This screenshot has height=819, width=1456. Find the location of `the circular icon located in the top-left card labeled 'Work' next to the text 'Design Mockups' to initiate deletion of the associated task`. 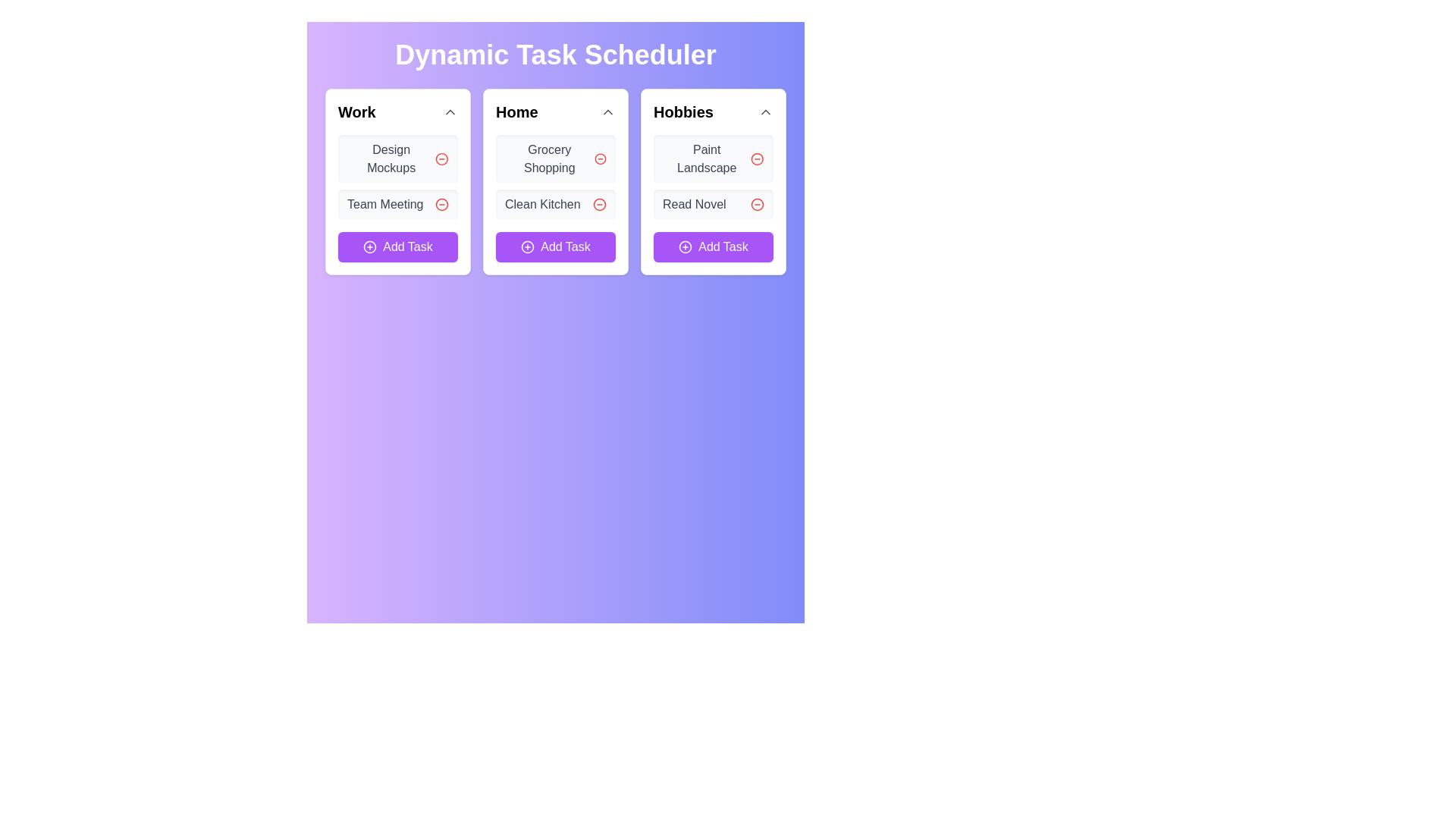

the circular icon located in the top-left card labeled 'Work' next to the text 'Design Mockups' to initiate deletion of the associated task is located at coordinates (441, 158).